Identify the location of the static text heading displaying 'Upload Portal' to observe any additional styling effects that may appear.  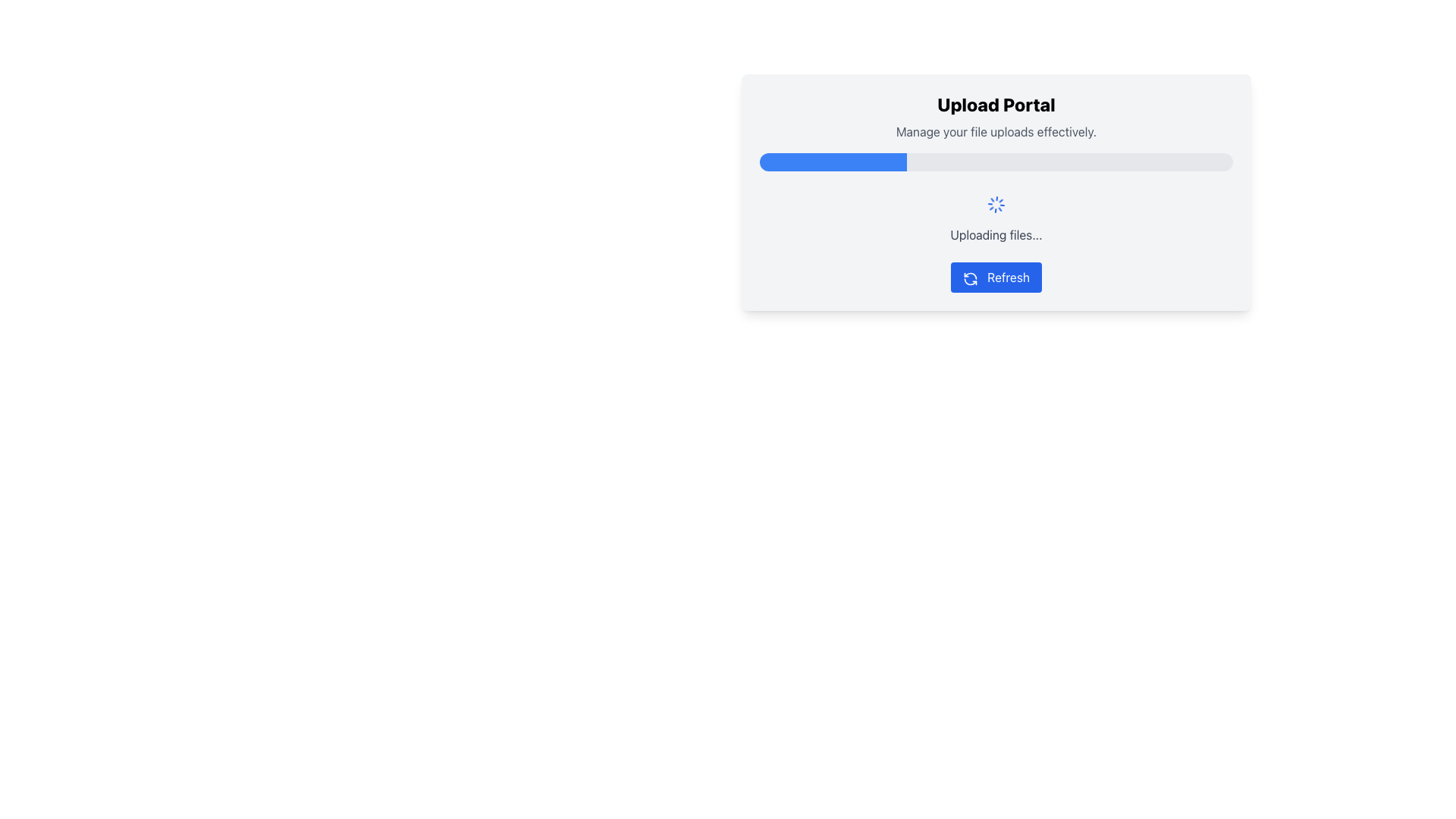
(996, 104).